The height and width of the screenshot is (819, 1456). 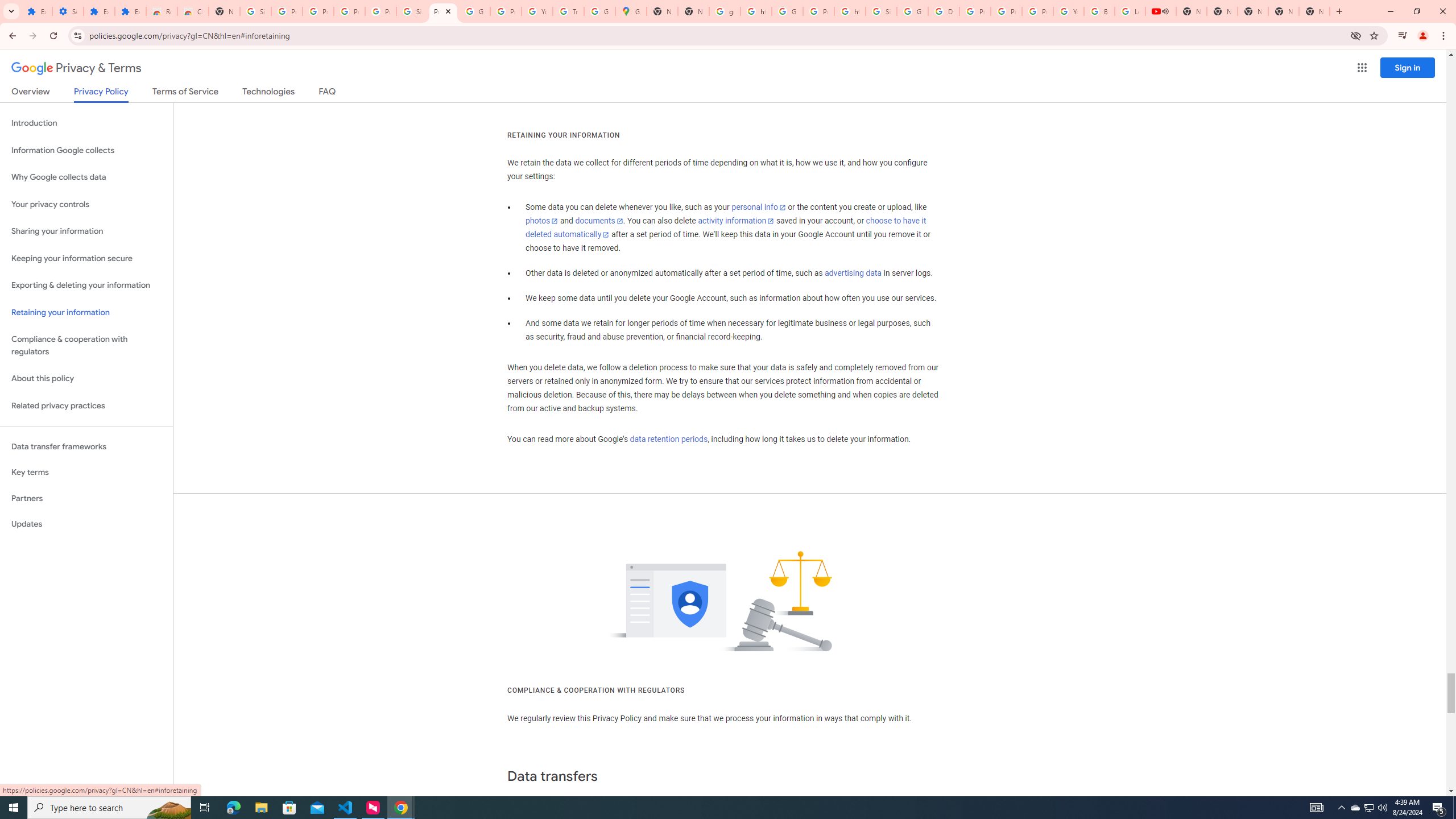 I want to click on 'About this policy', so click(x=86, y=379).